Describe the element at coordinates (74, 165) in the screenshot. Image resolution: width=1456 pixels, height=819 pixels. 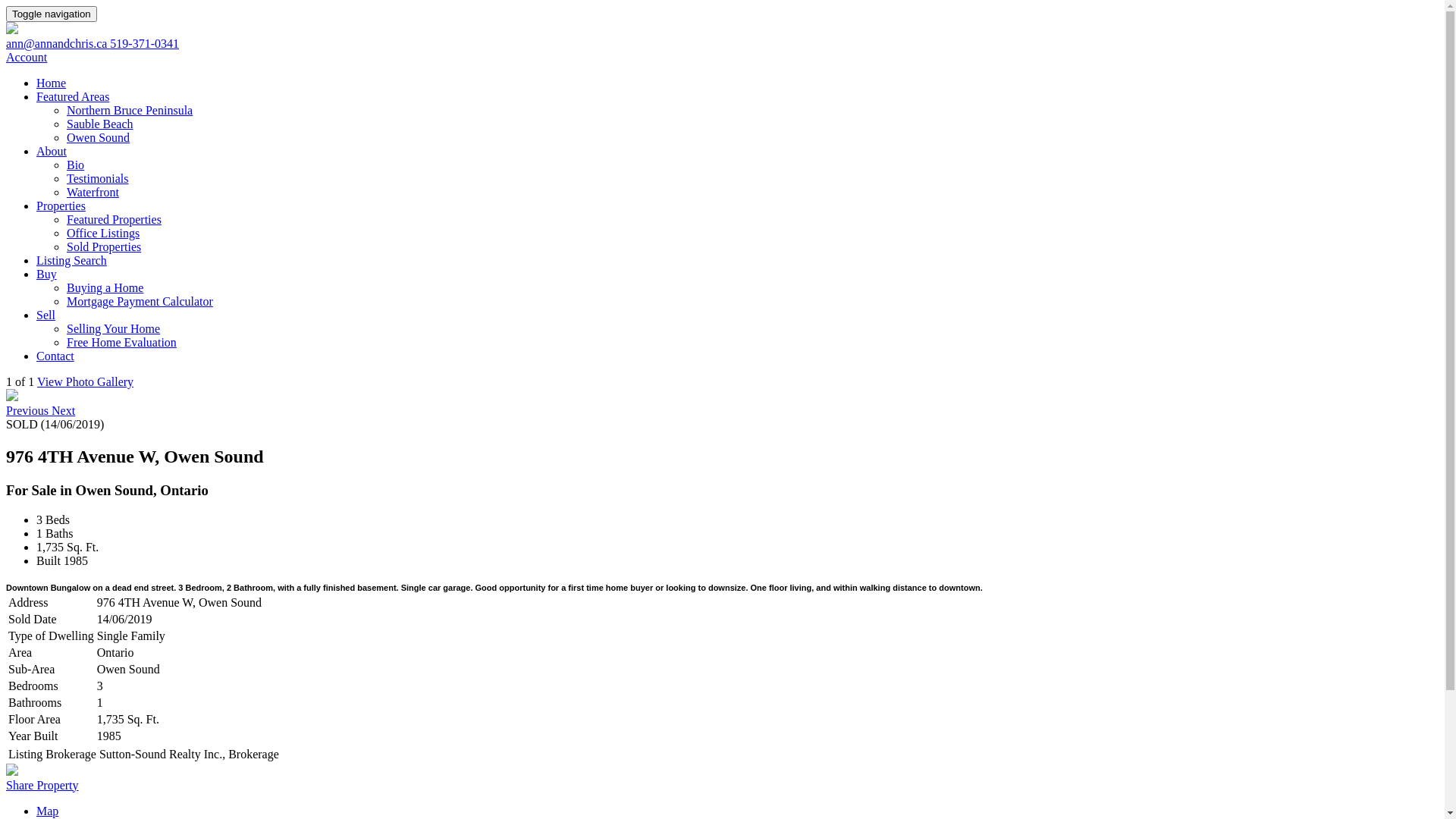
I see `'Bio'` at that location.